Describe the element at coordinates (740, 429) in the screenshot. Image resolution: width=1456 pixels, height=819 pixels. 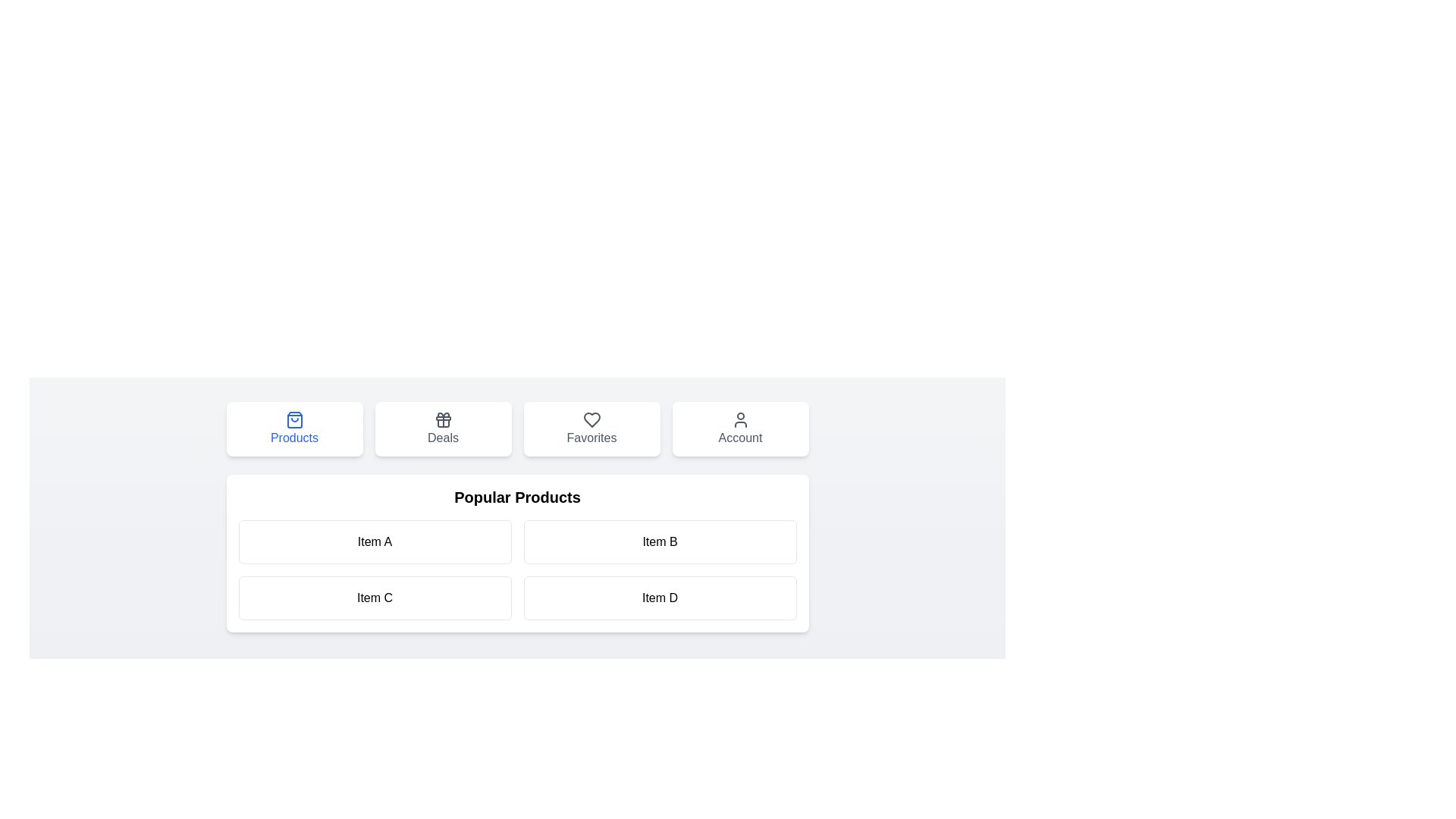
I see `the tab labeled Account` at that location.